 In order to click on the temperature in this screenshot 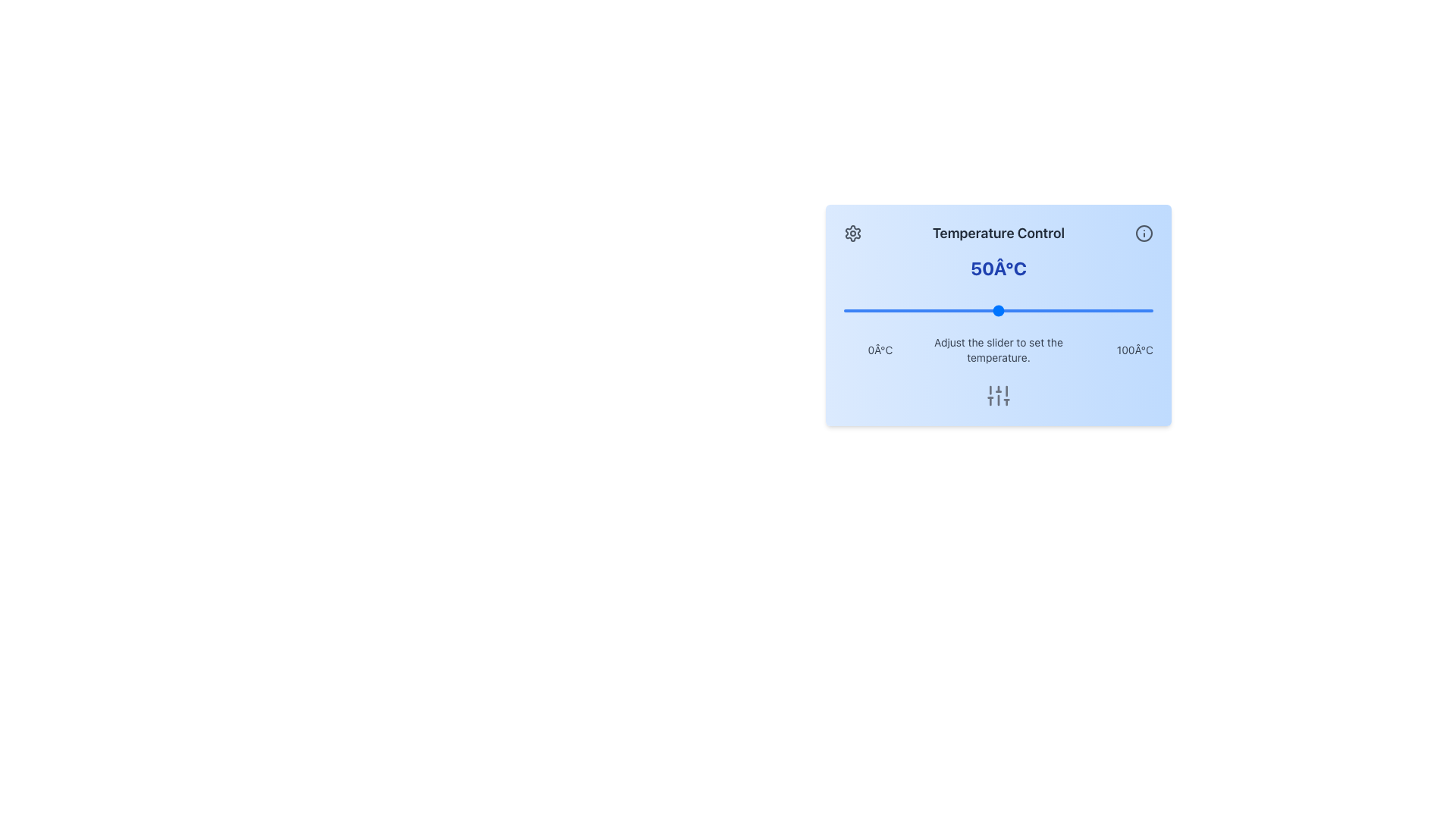, I will do `click(951, 309)`.